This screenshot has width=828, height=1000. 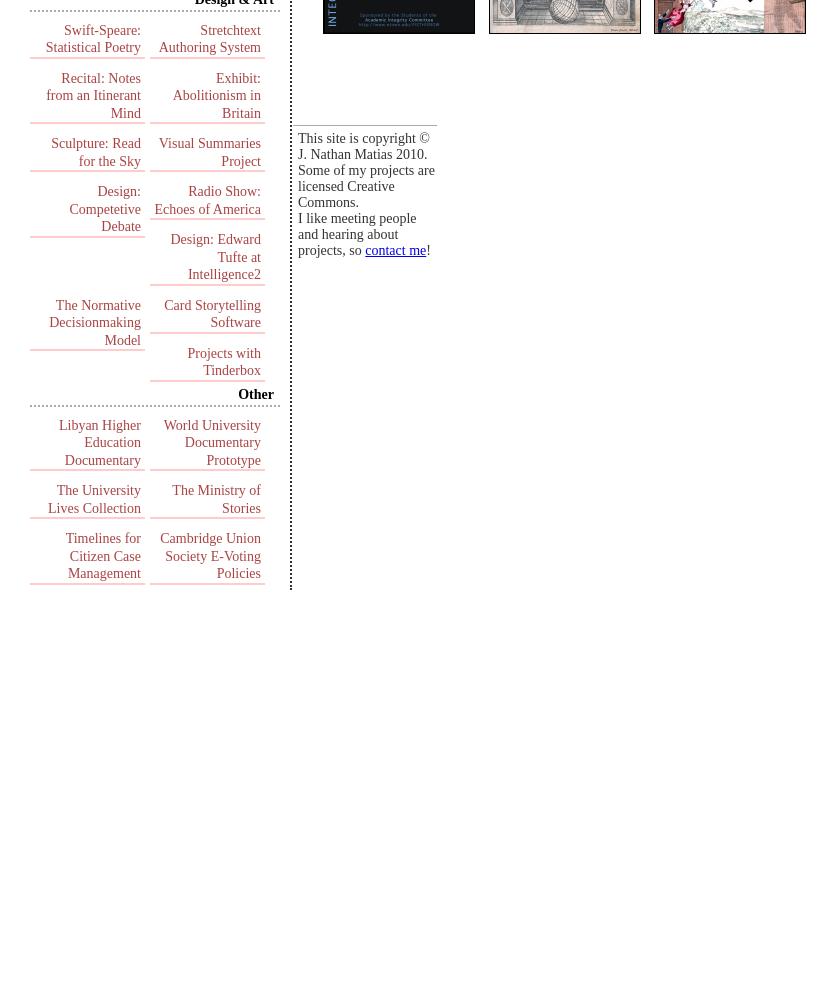 What do you see at coordinates (94, 498) in the screenshot?
I see `'The University Lives Collection'` at bounding box center [94, 498].